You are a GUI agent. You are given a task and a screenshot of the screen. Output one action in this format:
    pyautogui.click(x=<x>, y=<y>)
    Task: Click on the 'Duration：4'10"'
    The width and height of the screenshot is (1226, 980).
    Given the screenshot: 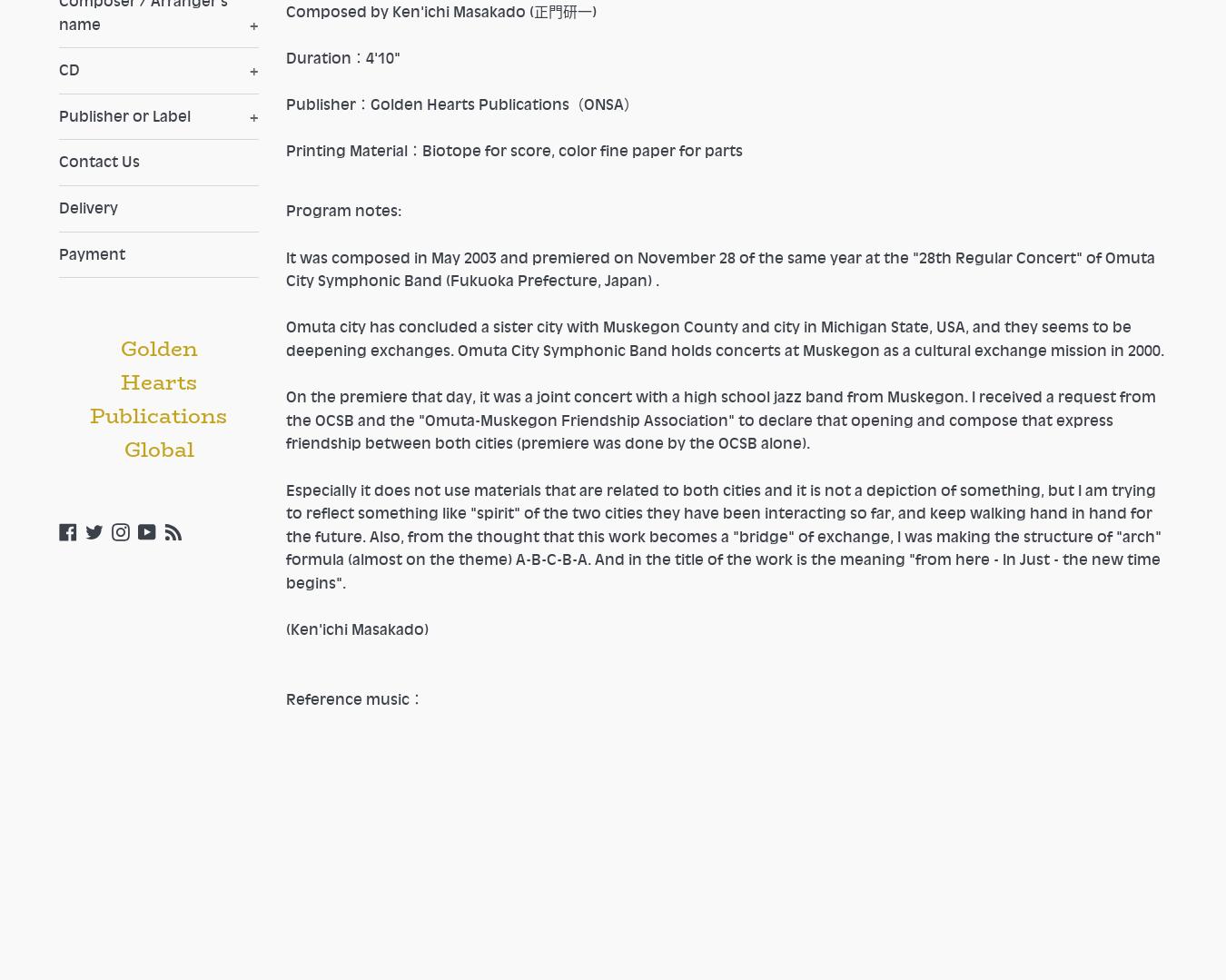 What is the action you would take?
    pyautogui.click(x=343, y=56)
    